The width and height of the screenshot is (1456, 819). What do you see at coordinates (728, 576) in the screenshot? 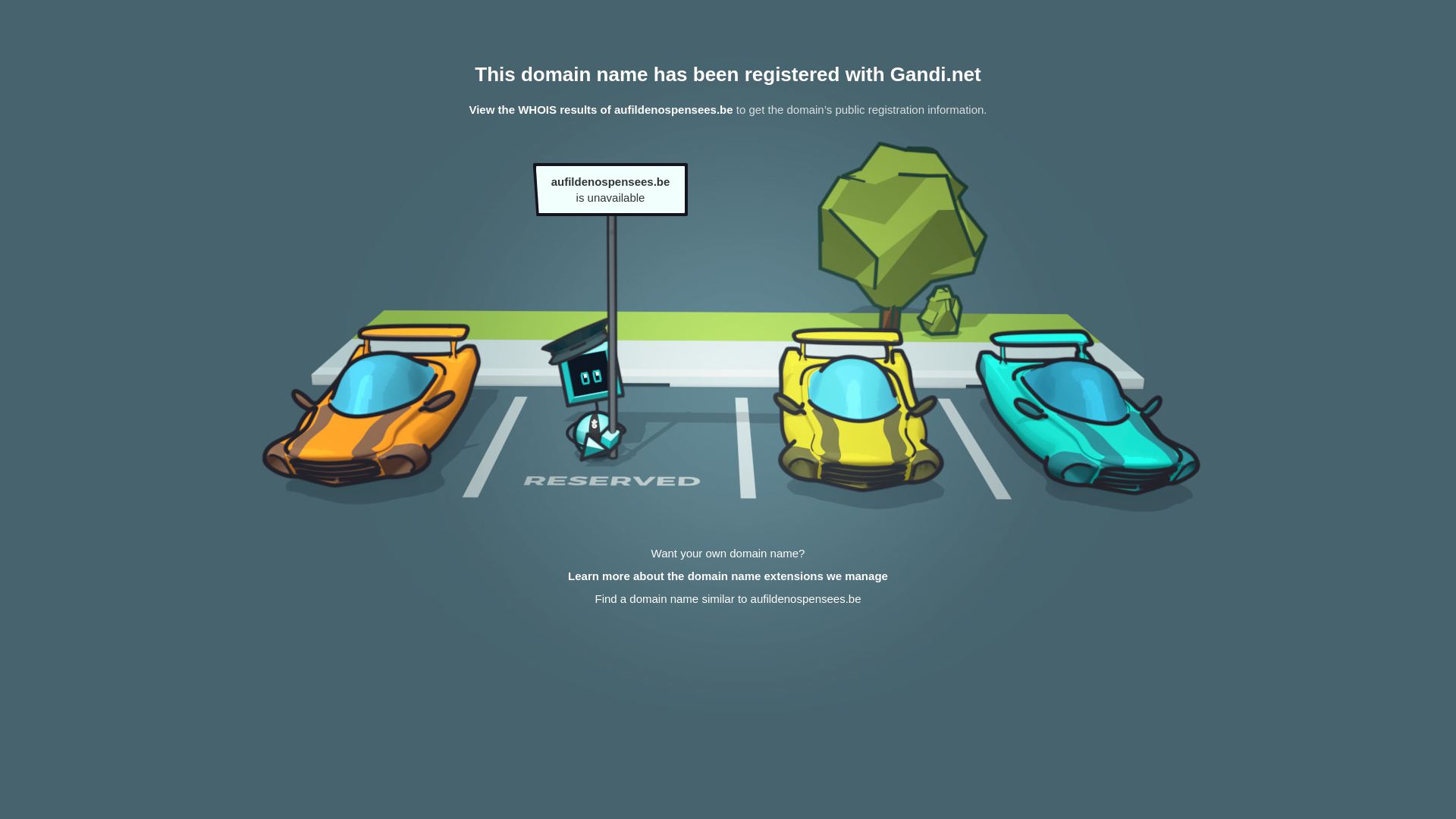
I see `'Learn more about the domain name extensions we manage'` at bounding box center [728, 576].